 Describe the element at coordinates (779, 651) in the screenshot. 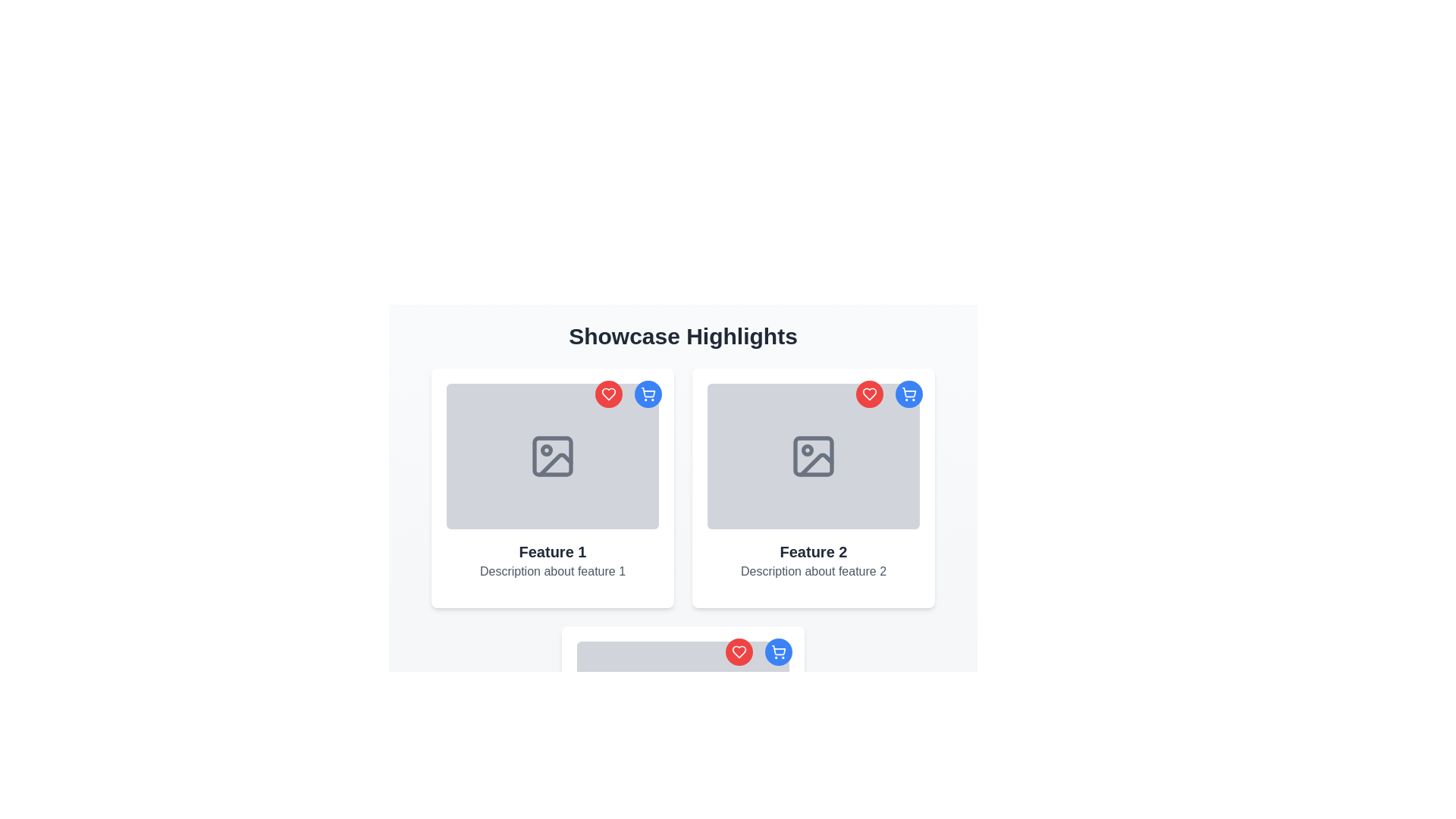

I see `the circular blue button with a shopping cart icon located at the top-right corner of the feature card` at that location.